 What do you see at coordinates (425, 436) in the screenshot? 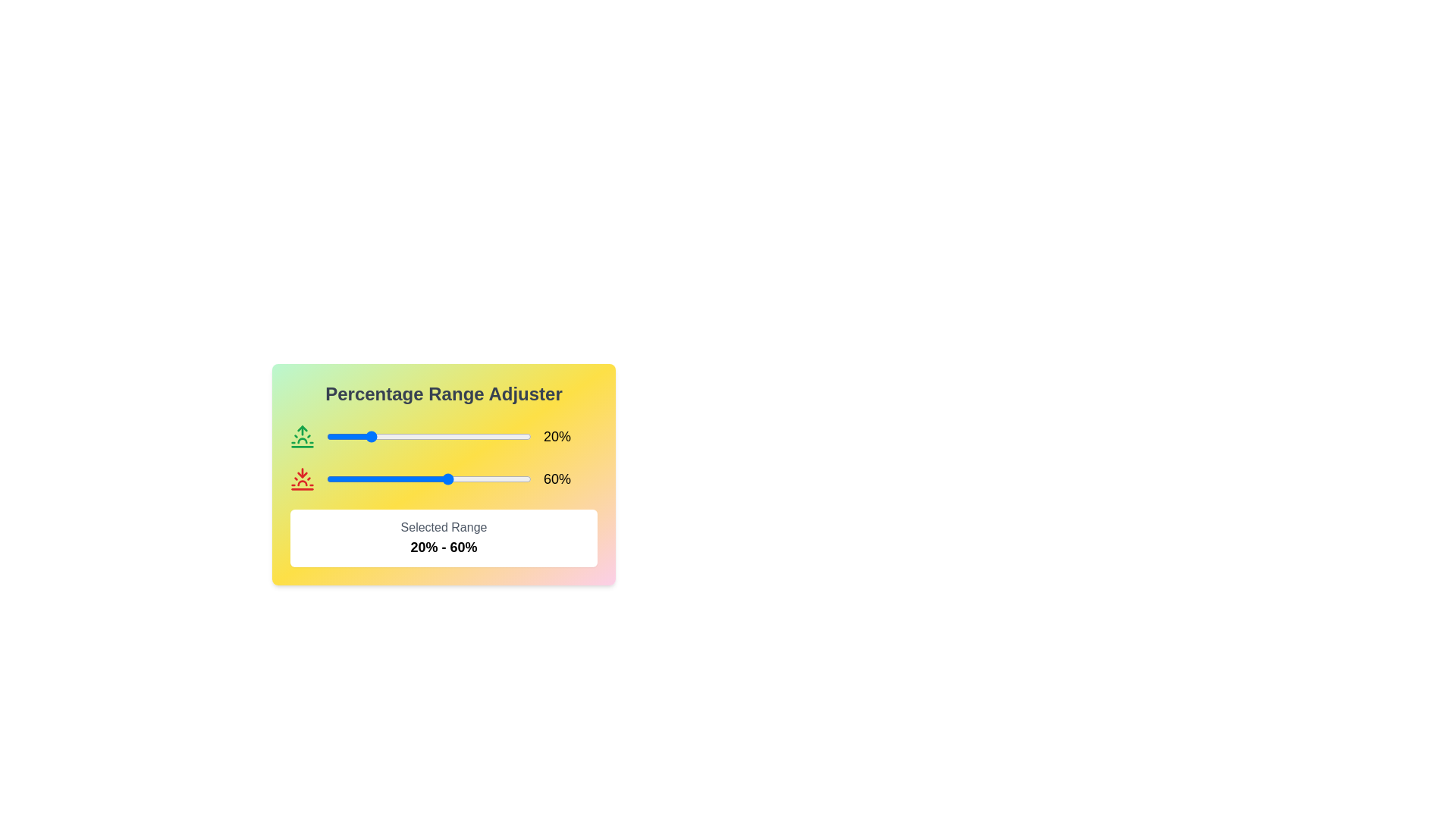
I see `the slider` at bounding box center [425, 436].